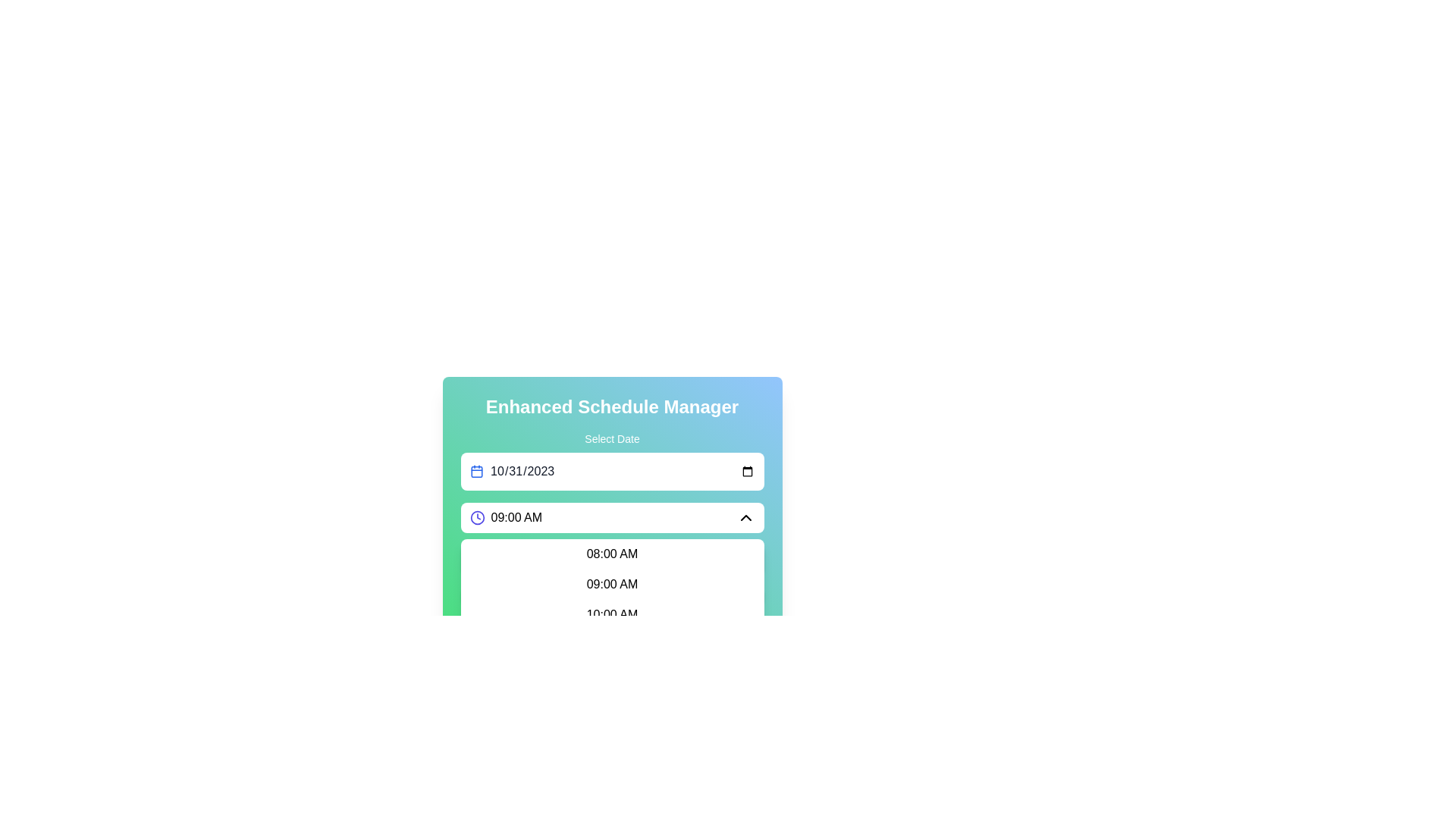 This screenshot has width=1456, height=819. I want to click on the first time option '08:00 AM' in the dropdown menu, so click(612, 554).